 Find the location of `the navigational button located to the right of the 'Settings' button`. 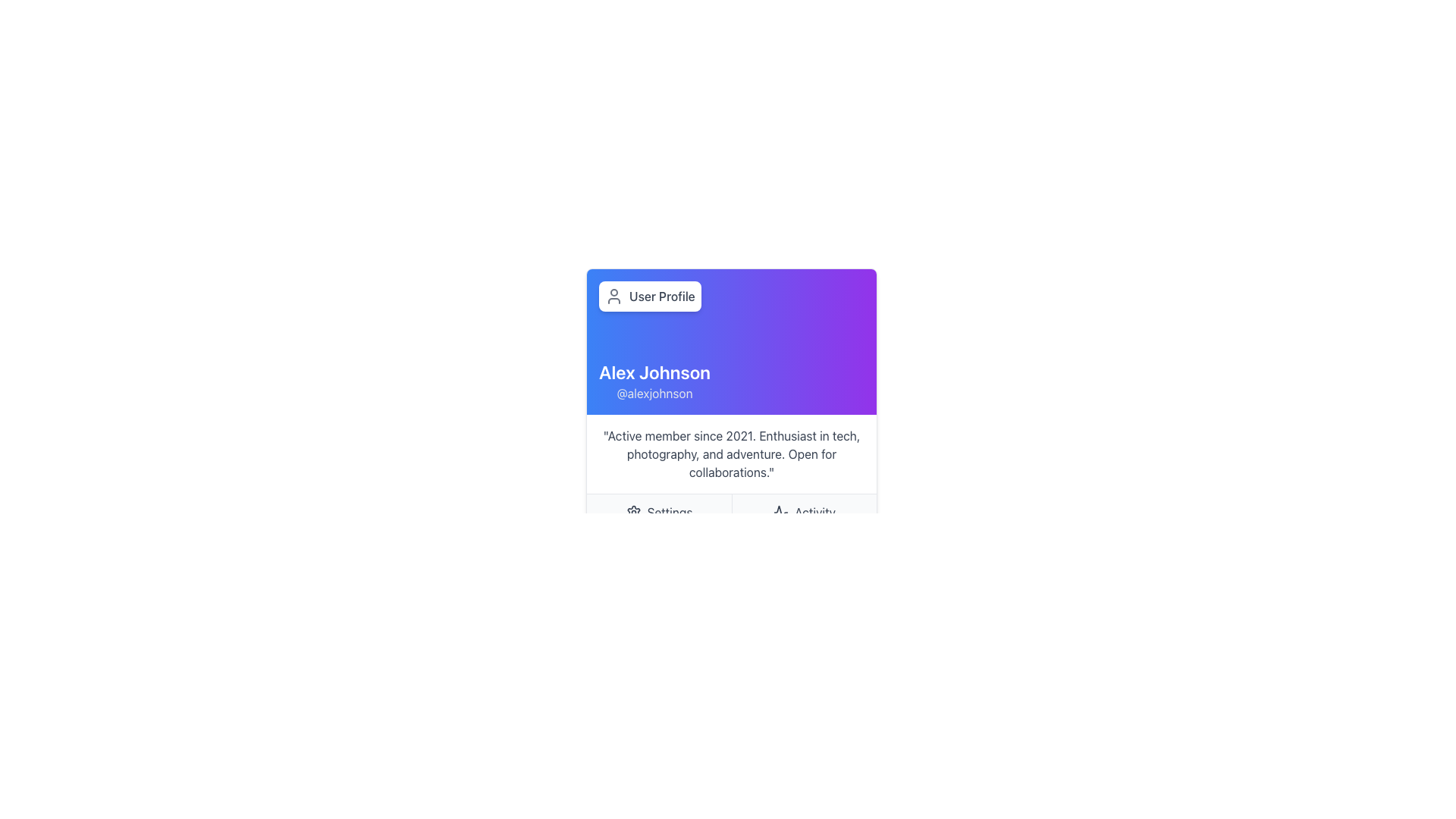

the navigational button located to the right of the 'Settings' button is located at coordinates (803, 512).